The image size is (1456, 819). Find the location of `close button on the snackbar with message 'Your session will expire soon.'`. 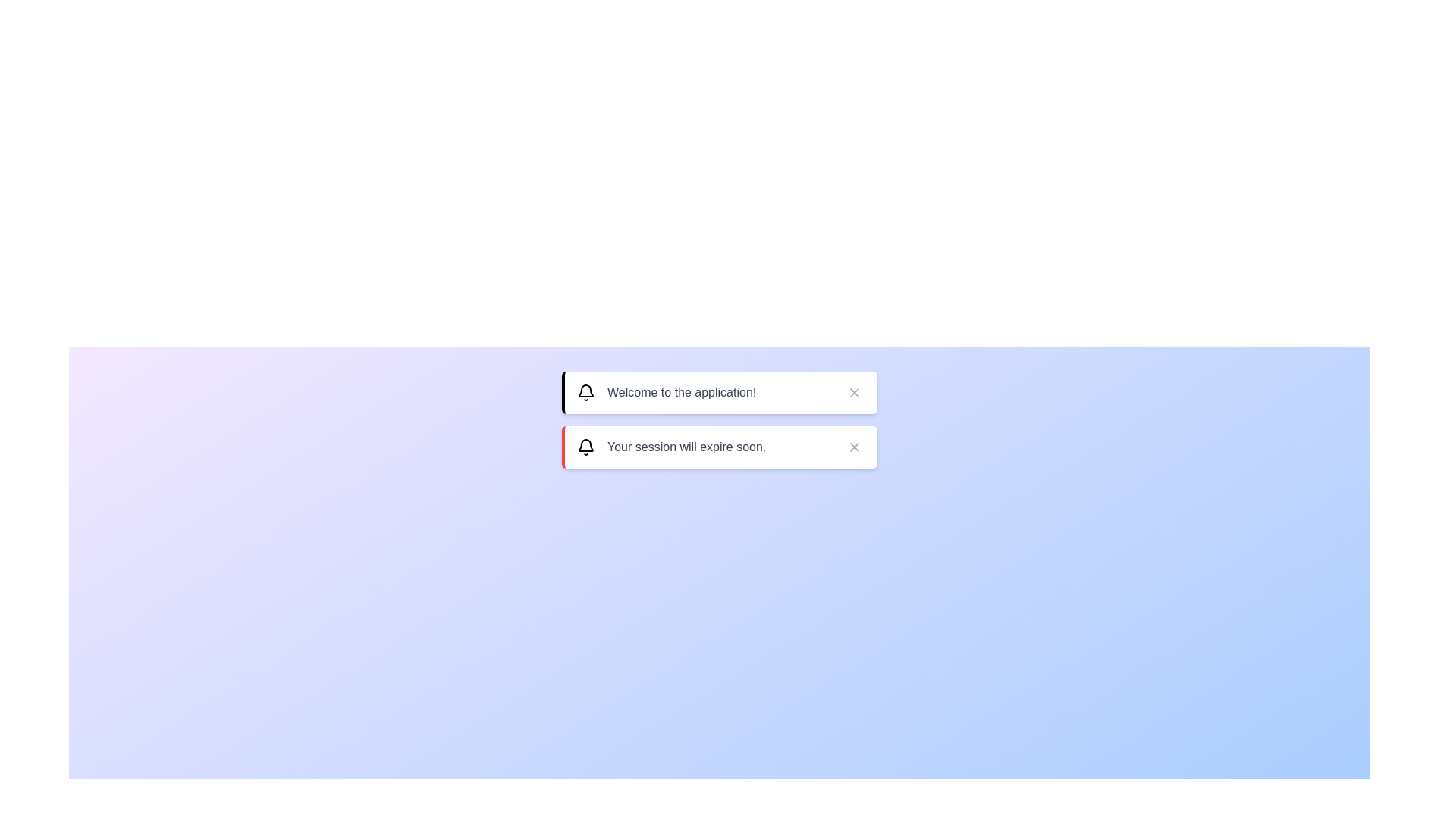

close button on the snackbar with message 'Your session will expire soon.' is located at coordinates (855, 447).